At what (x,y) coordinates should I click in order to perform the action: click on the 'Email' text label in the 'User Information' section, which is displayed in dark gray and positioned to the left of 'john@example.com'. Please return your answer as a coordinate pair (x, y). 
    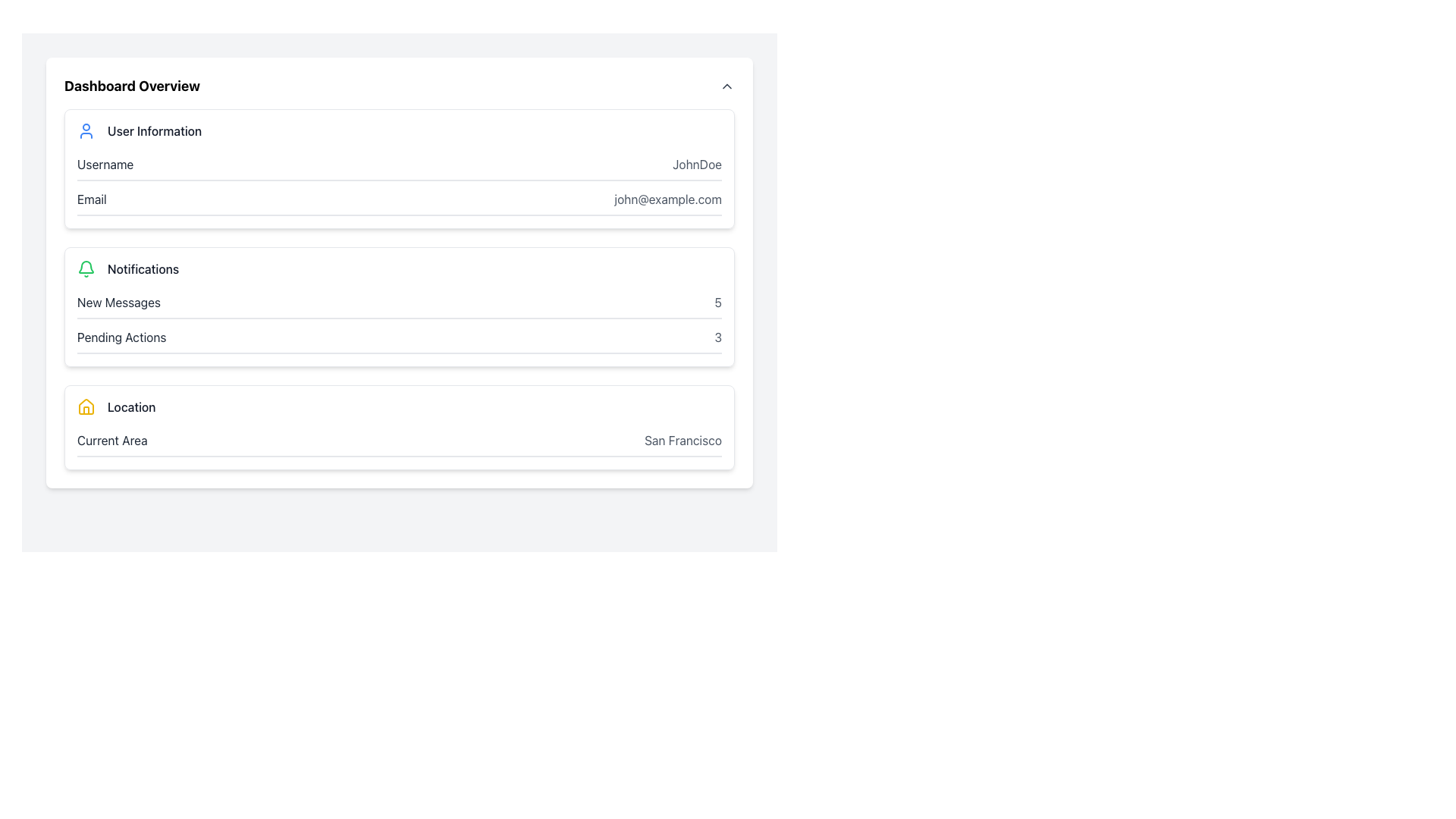
    Looking at the image, I should click on (91, 198).